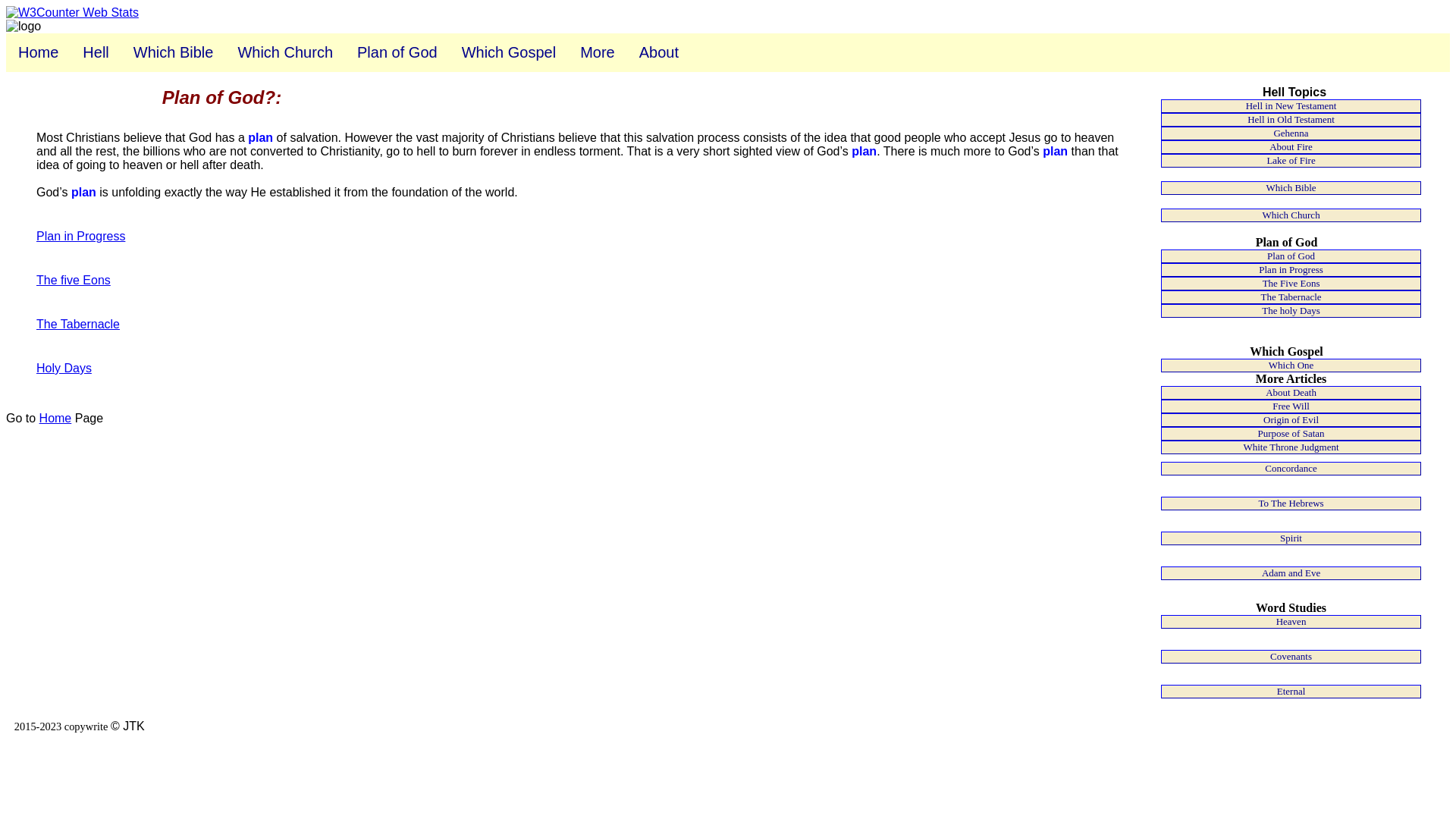  I want to click on 'Which Bible', so click(1290, 187).